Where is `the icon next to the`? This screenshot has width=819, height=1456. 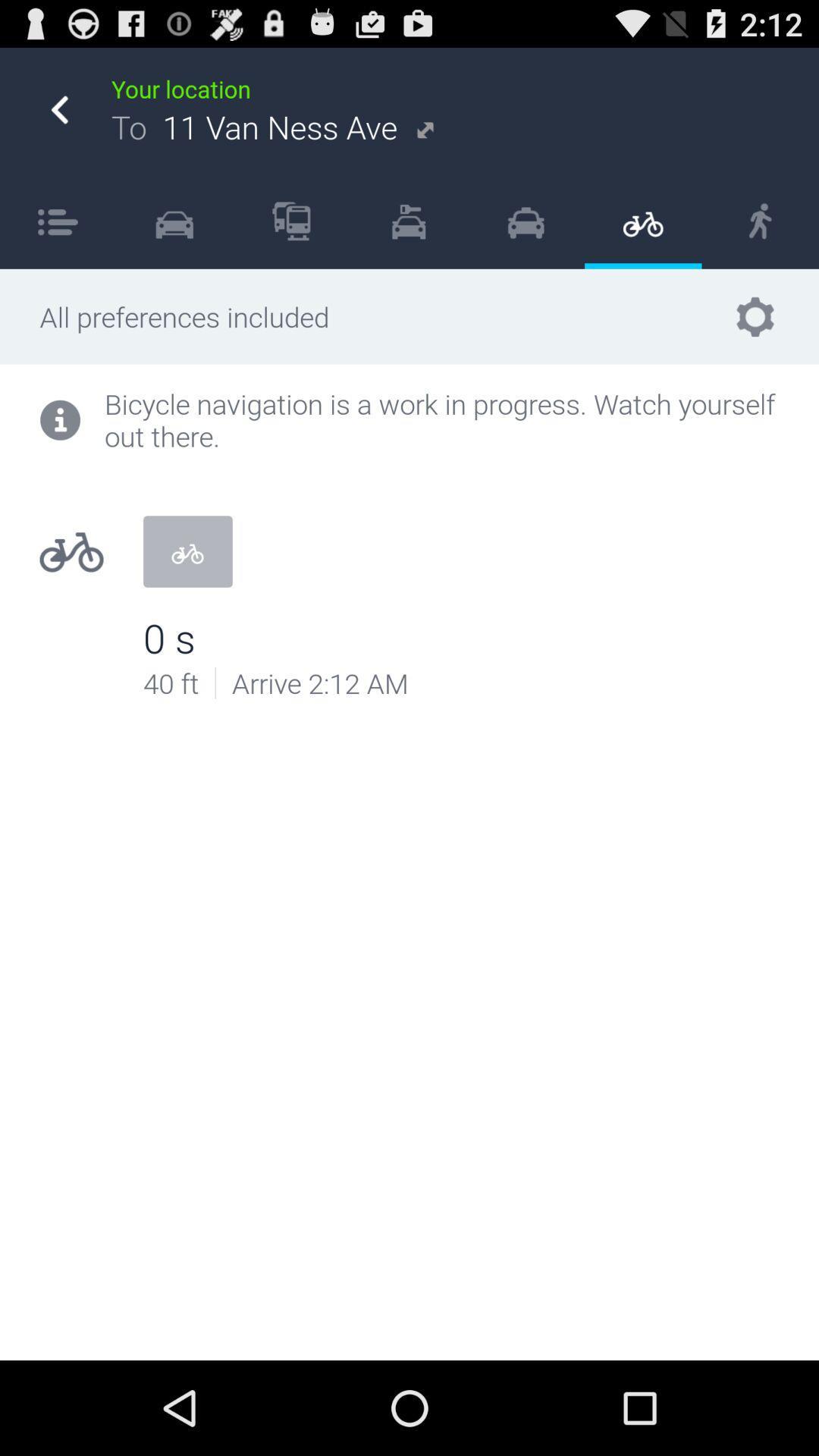
the icon next to the is located at coordinates (291, 220).